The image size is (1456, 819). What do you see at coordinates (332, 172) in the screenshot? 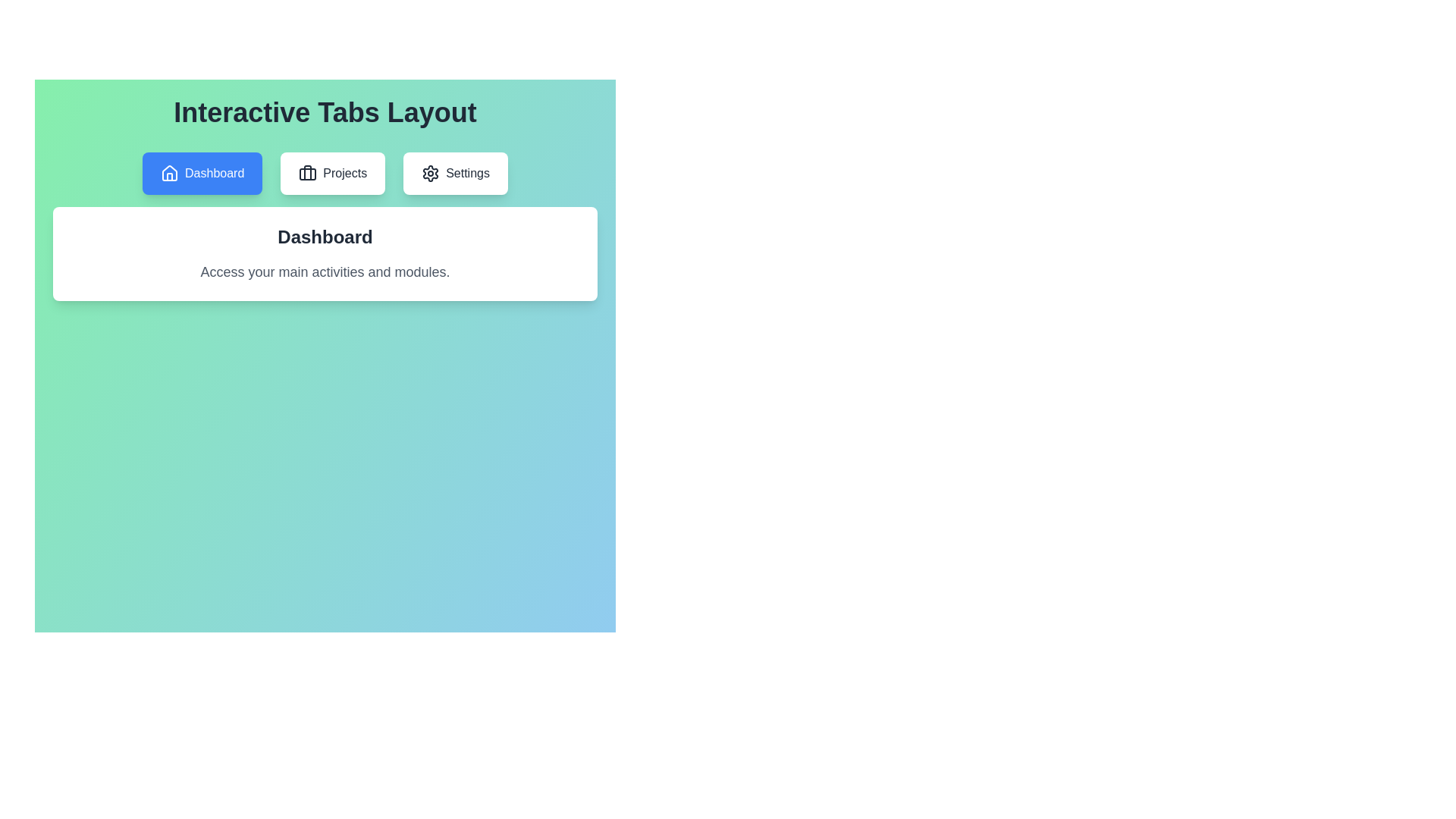
I see `the tab labeled Projects to observe its hover effect` at bounding box center [332, 172].